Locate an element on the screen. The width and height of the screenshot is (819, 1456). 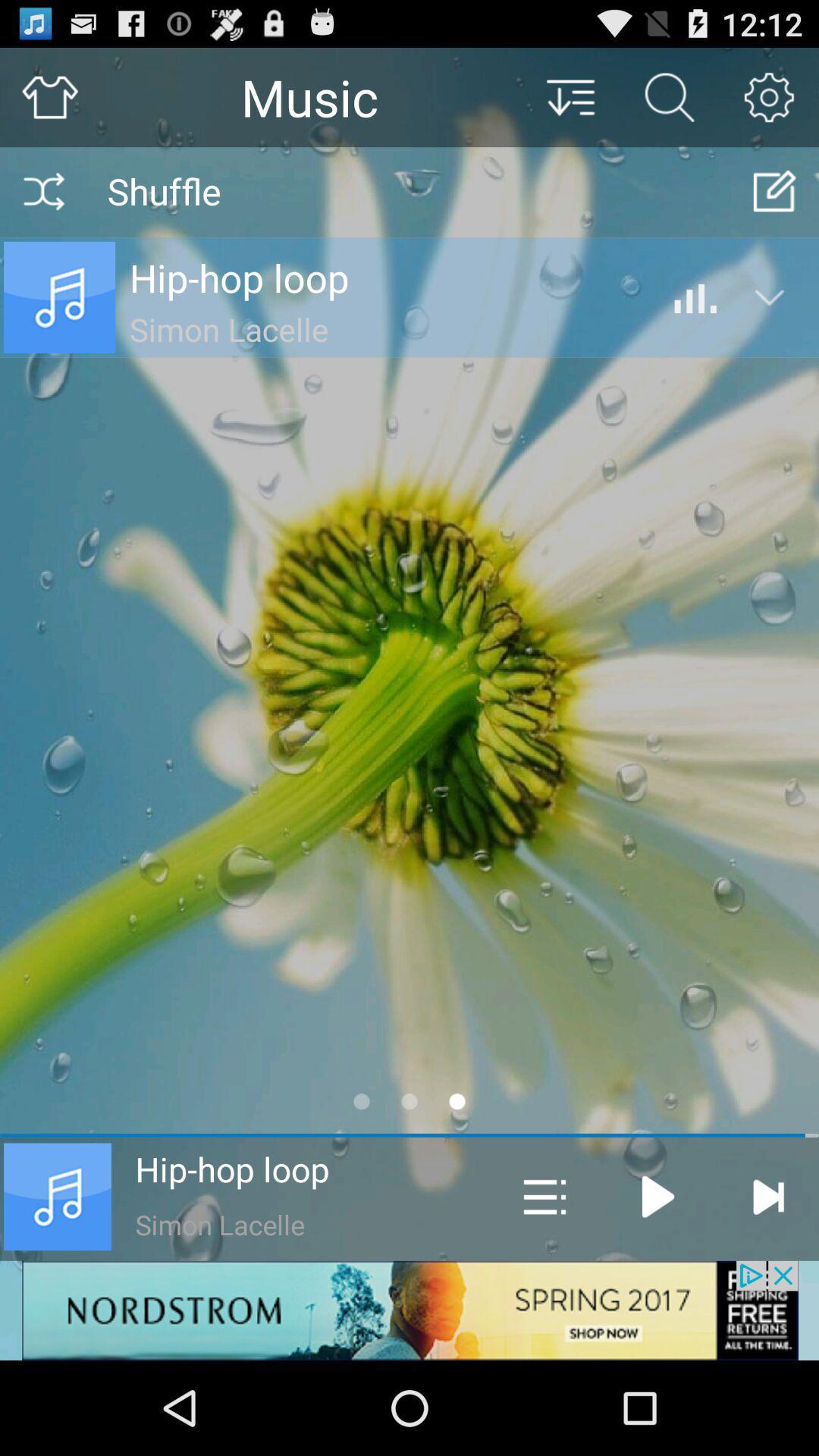
the play icon is located at coordinates (657, 1280).